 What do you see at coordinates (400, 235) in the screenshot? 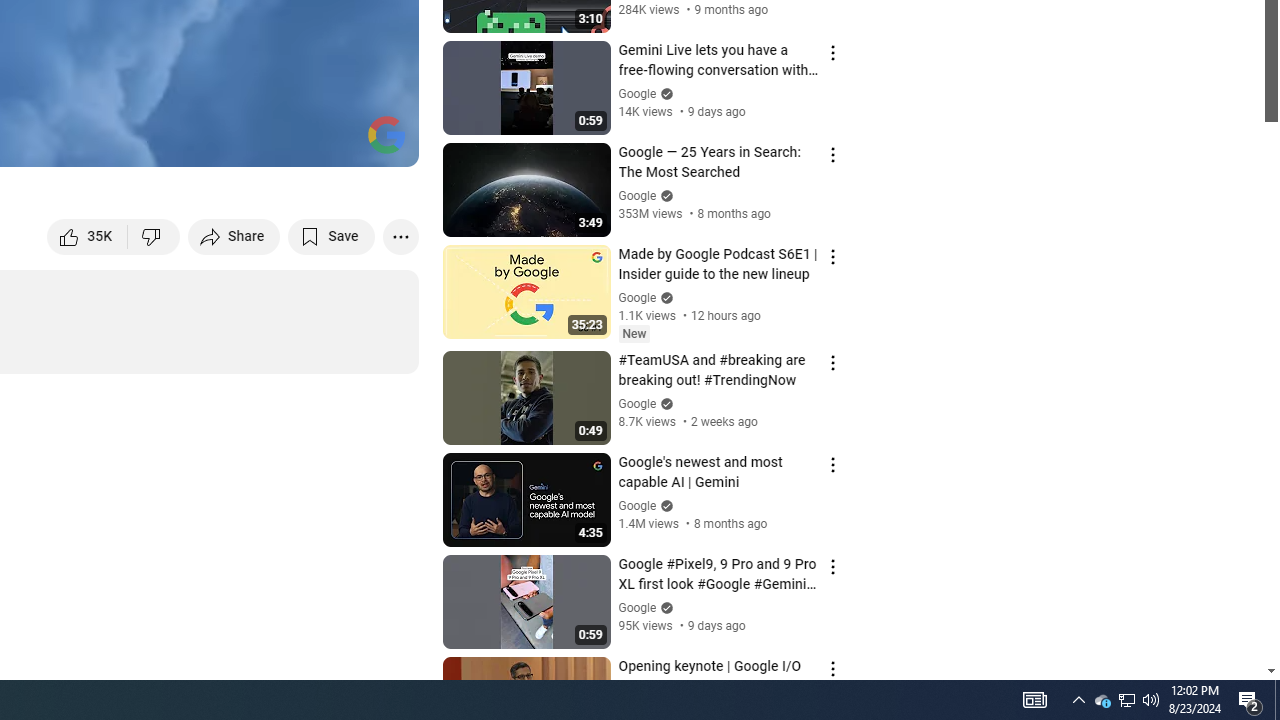
I see `'More actions'` at bounding box center [400, 235].